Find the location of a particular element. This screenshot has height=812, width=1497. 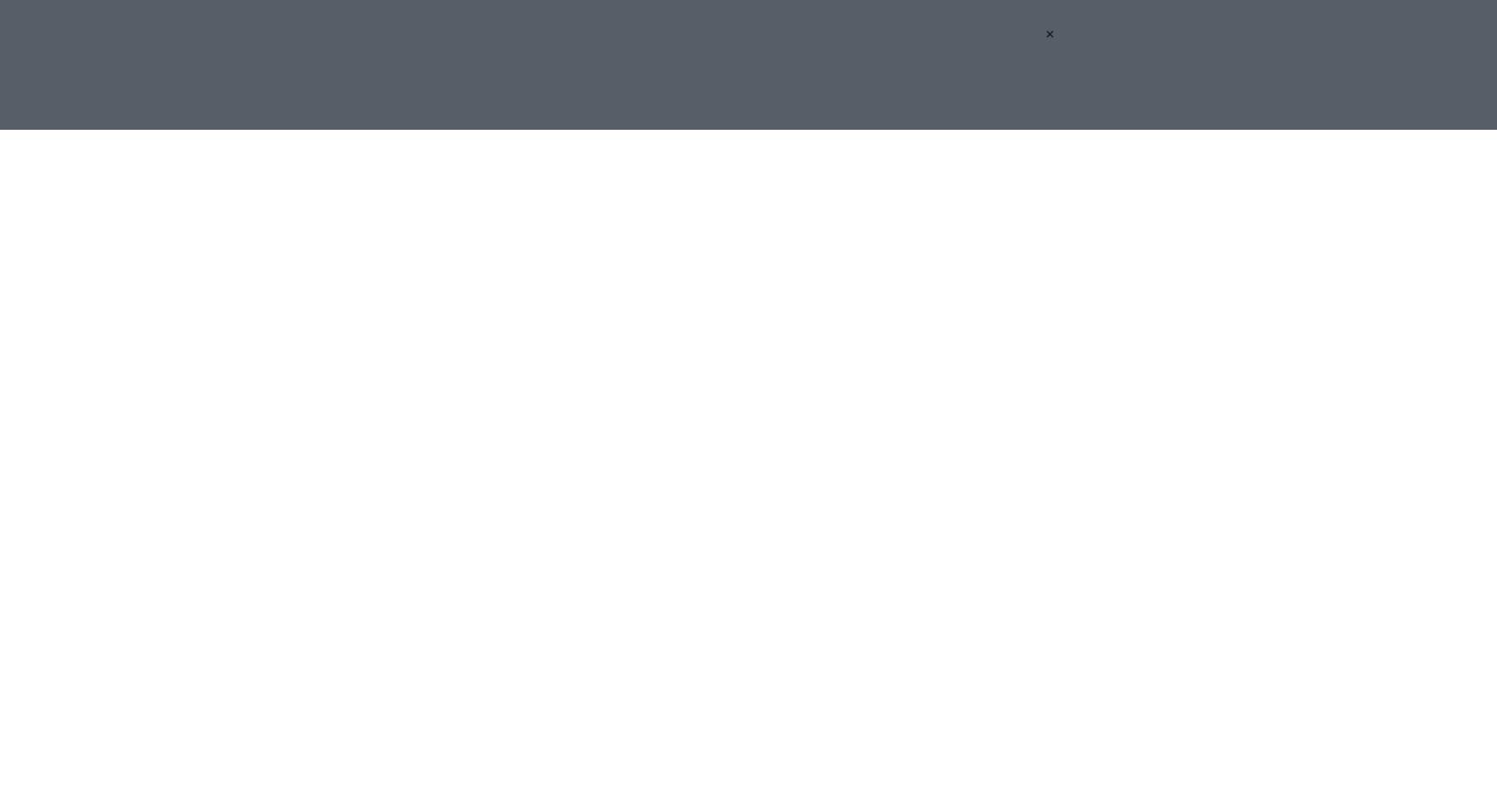

'Tried, Tested, Failed: why this is end of Mourinho as we know it' is located at coordinates (714, 415).